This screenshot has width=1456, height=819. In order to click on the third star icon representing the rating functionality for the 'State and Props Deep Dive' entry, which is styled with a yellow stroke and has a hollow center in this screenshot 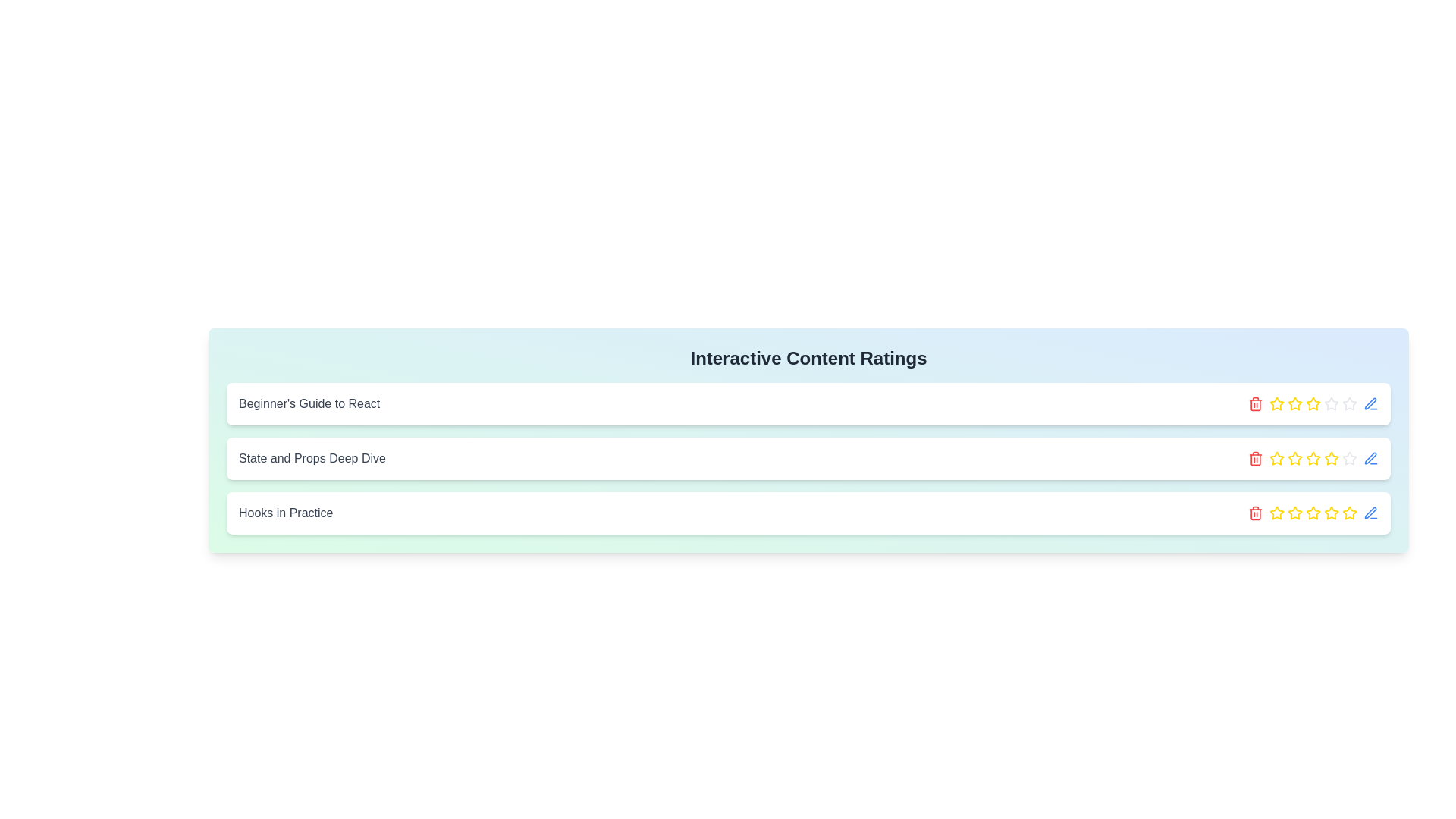, I will do `click(1294, 458)`.